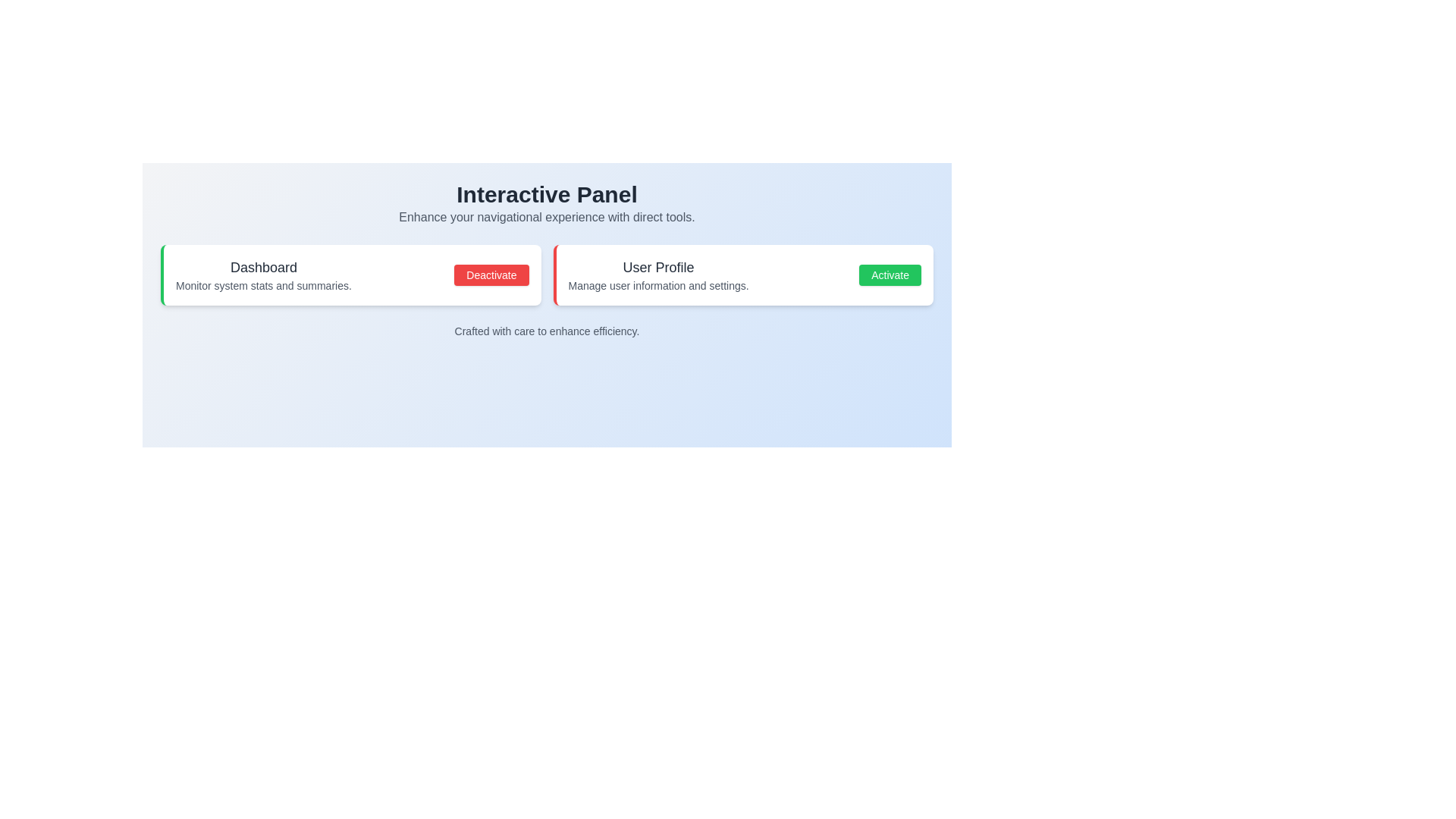  Describe the element at coordinates (546, 194) in the screenshot. I see `the prominent textual header labeled 'Interactive Panel', which is styled in bold and larger font, positioned at the top of its section` at that location.